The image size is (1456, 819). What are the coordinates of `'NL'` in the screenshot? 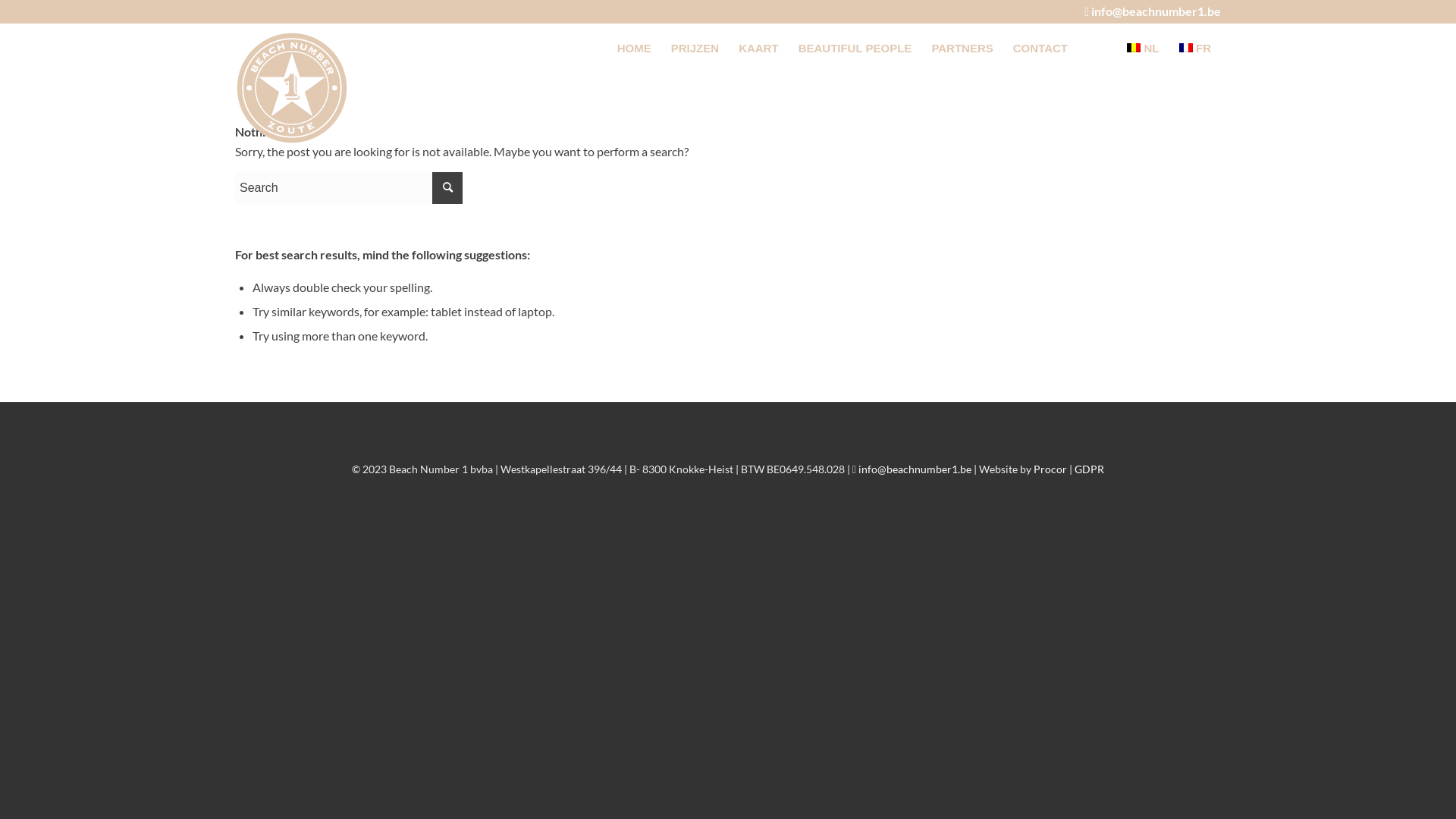 It's located at (1143, 47).